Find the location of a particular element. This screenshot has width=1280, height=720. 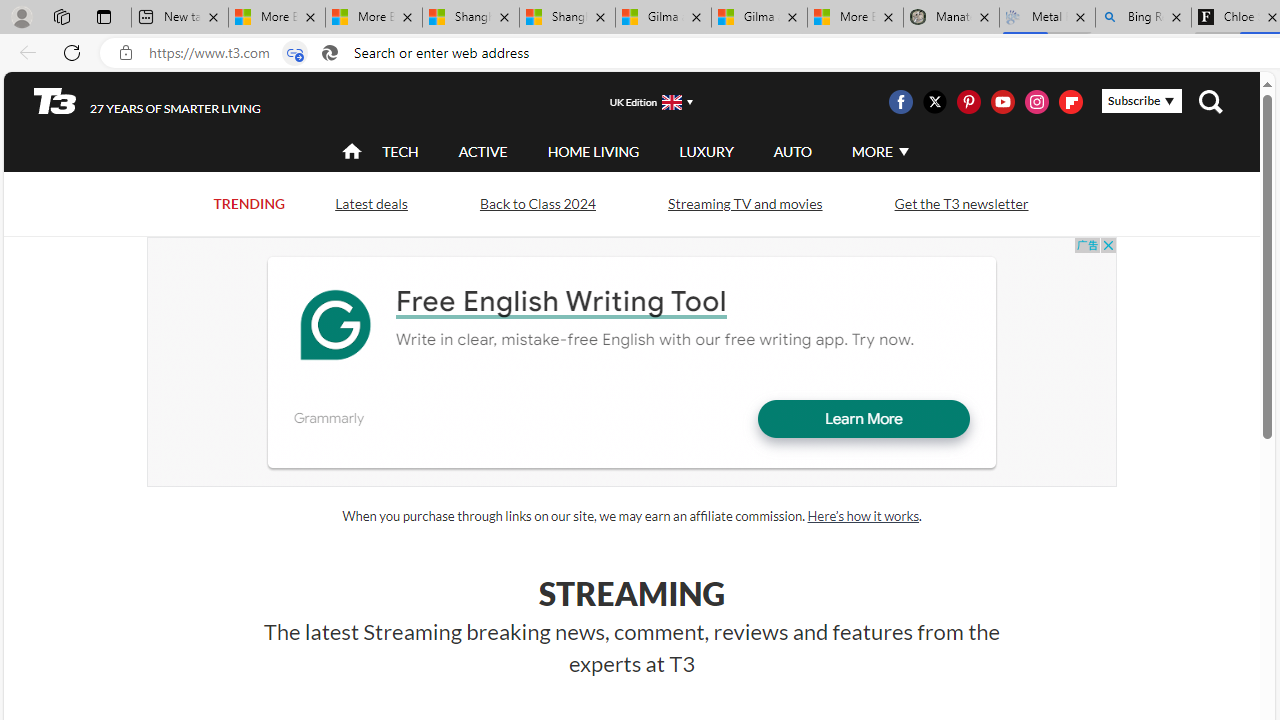

'Visit us on Instagram' is located at coordinates (1037, 101).